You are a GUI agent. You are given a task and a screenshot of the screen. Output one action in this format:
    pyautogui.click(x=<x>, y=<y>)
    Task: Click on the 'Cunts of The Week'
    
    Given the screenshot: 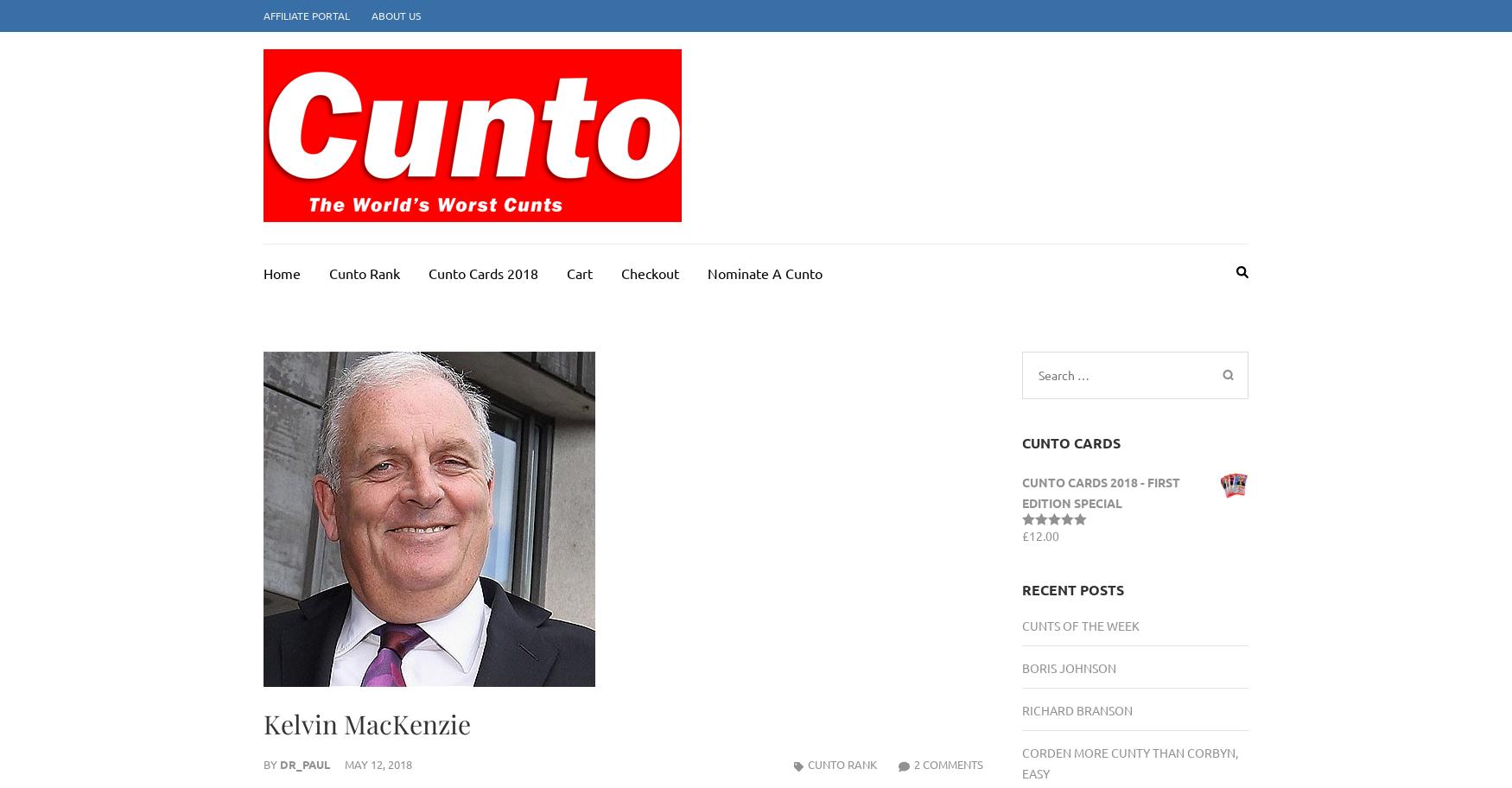 What is the action you would take?
    pyautogui.click(x=1080, y=625)
    